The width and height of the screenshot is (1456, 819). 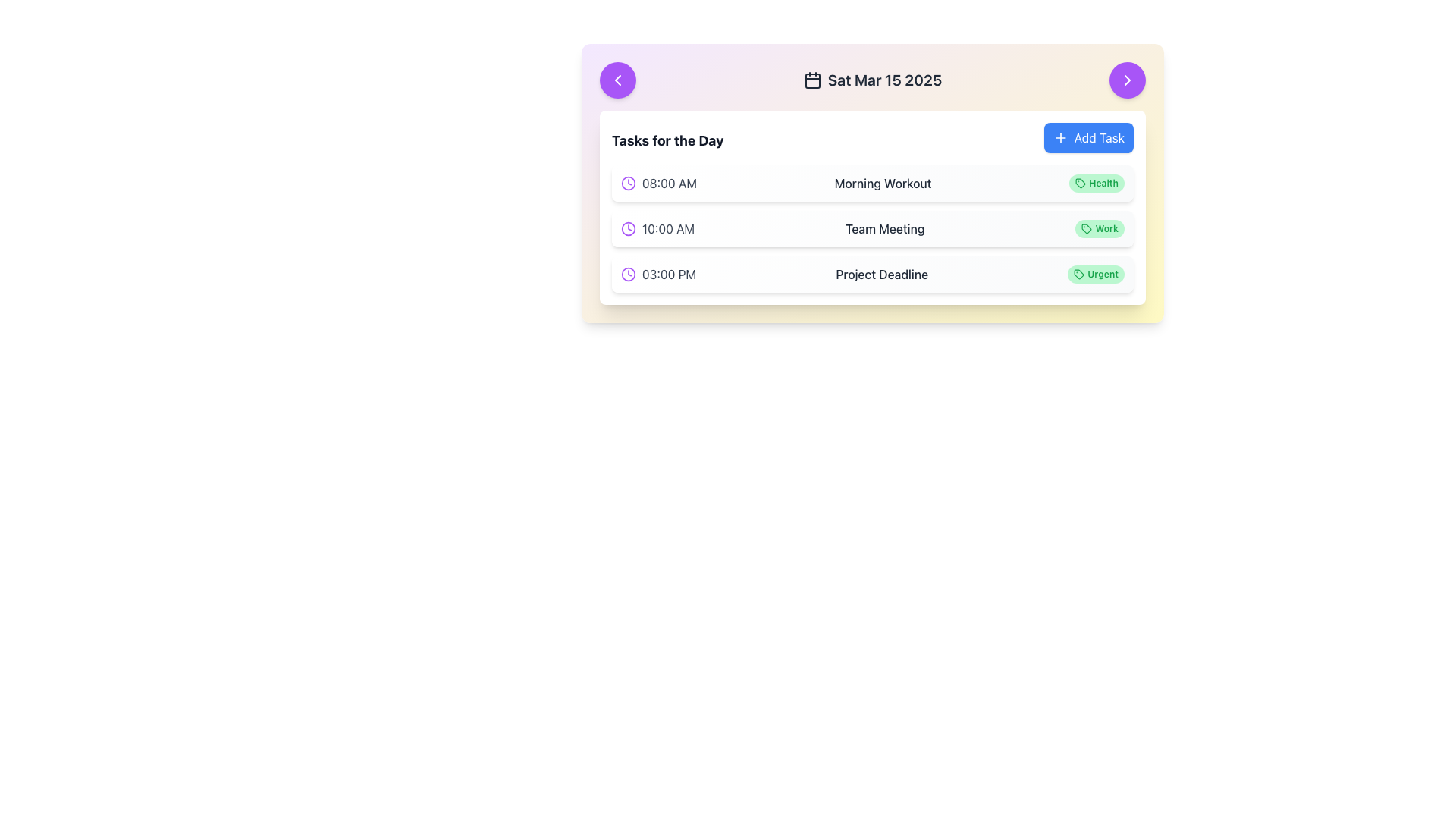 I want to click on the decorative icon next to the 'Work' label in the second row of the 'Tasks for the Day' list, adjacent to the '10:00 AM Team Meeting' label, so click(x=1086, y=228).